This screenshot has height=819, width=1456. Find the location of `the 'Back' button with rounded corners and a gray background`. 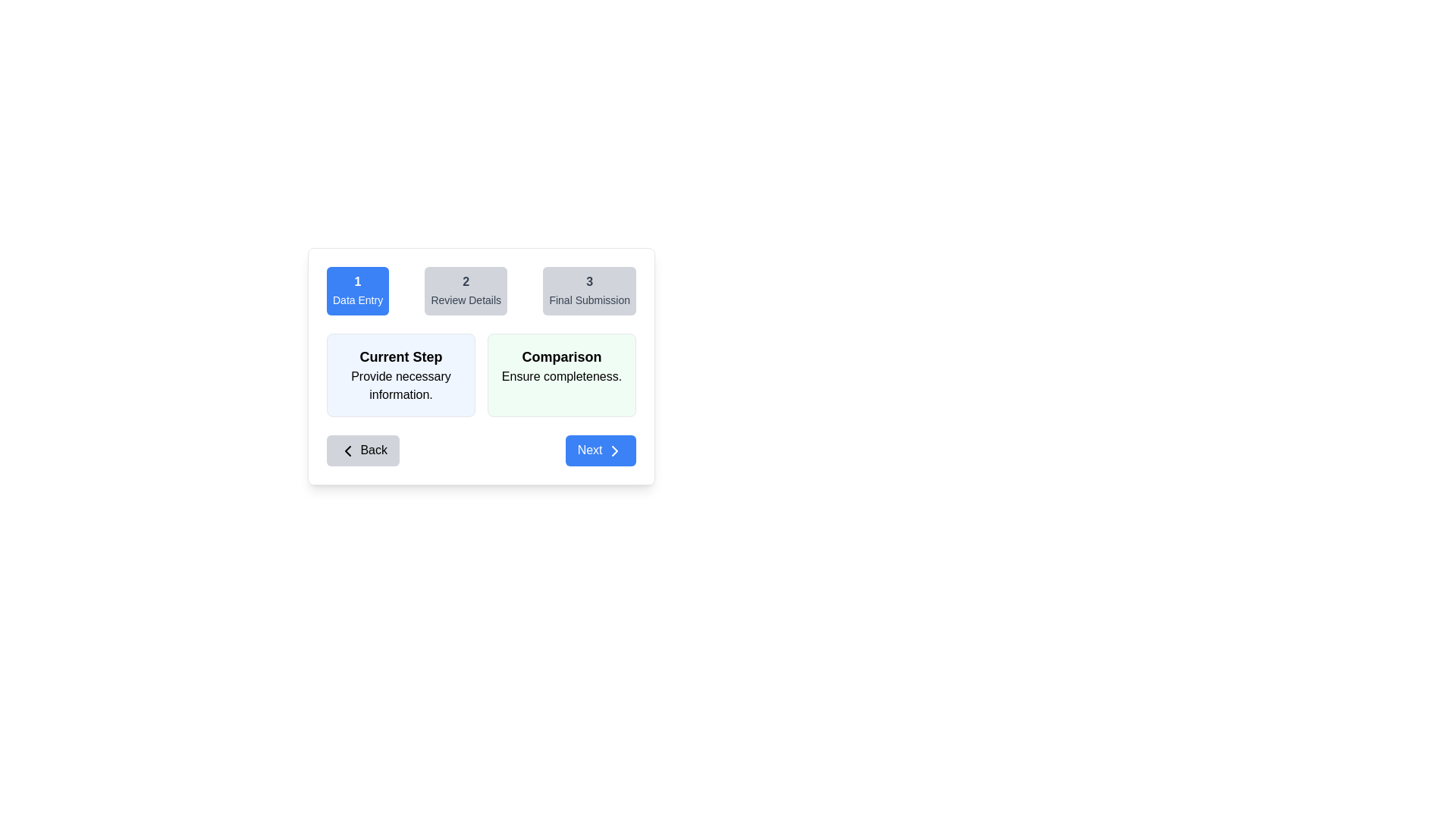

the 'Back' button with rounded corners and a gray background is located at coordinates (362, 450).